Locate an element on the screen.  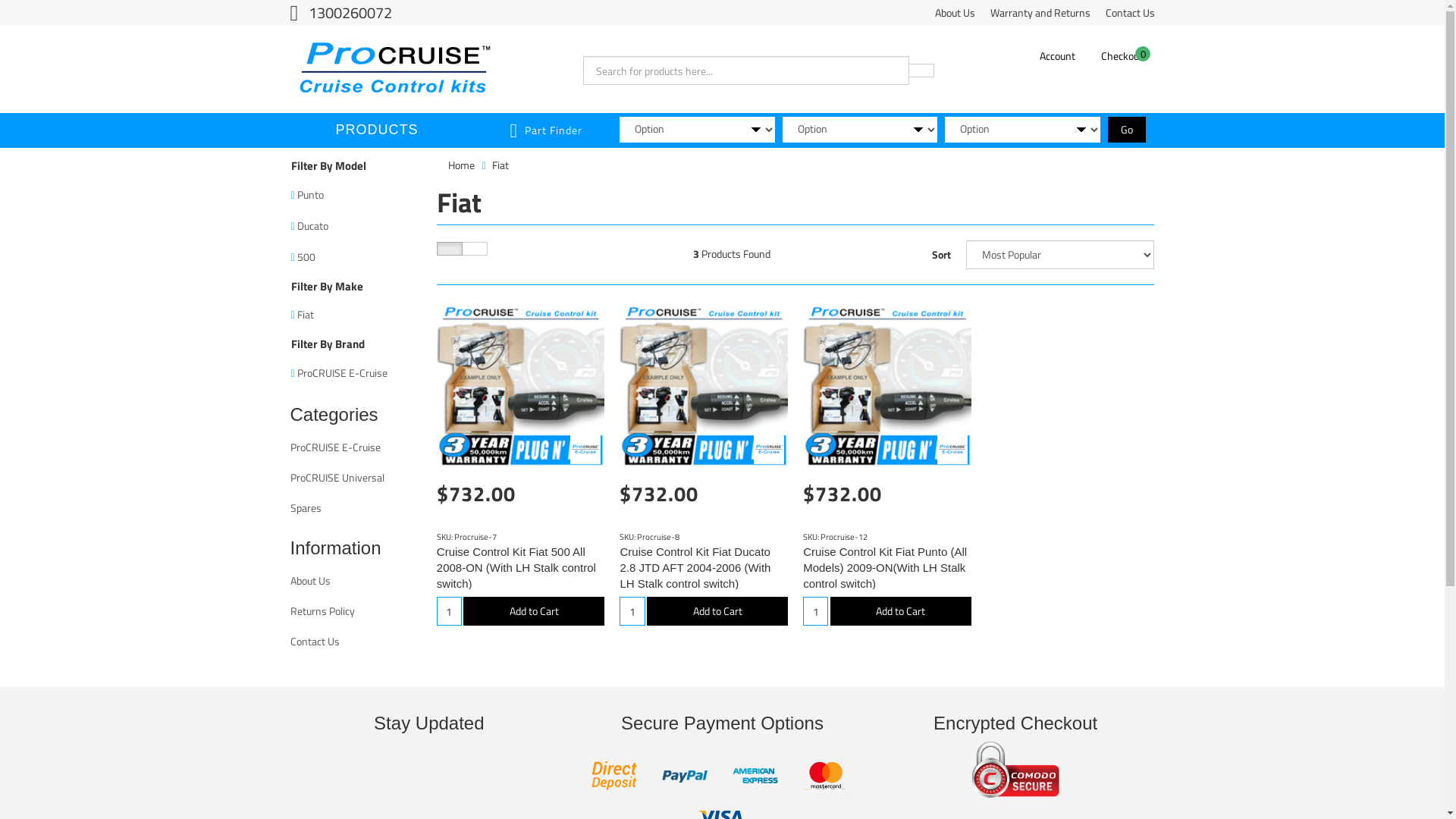
'Fiat' is located at coordinates (500, 165).